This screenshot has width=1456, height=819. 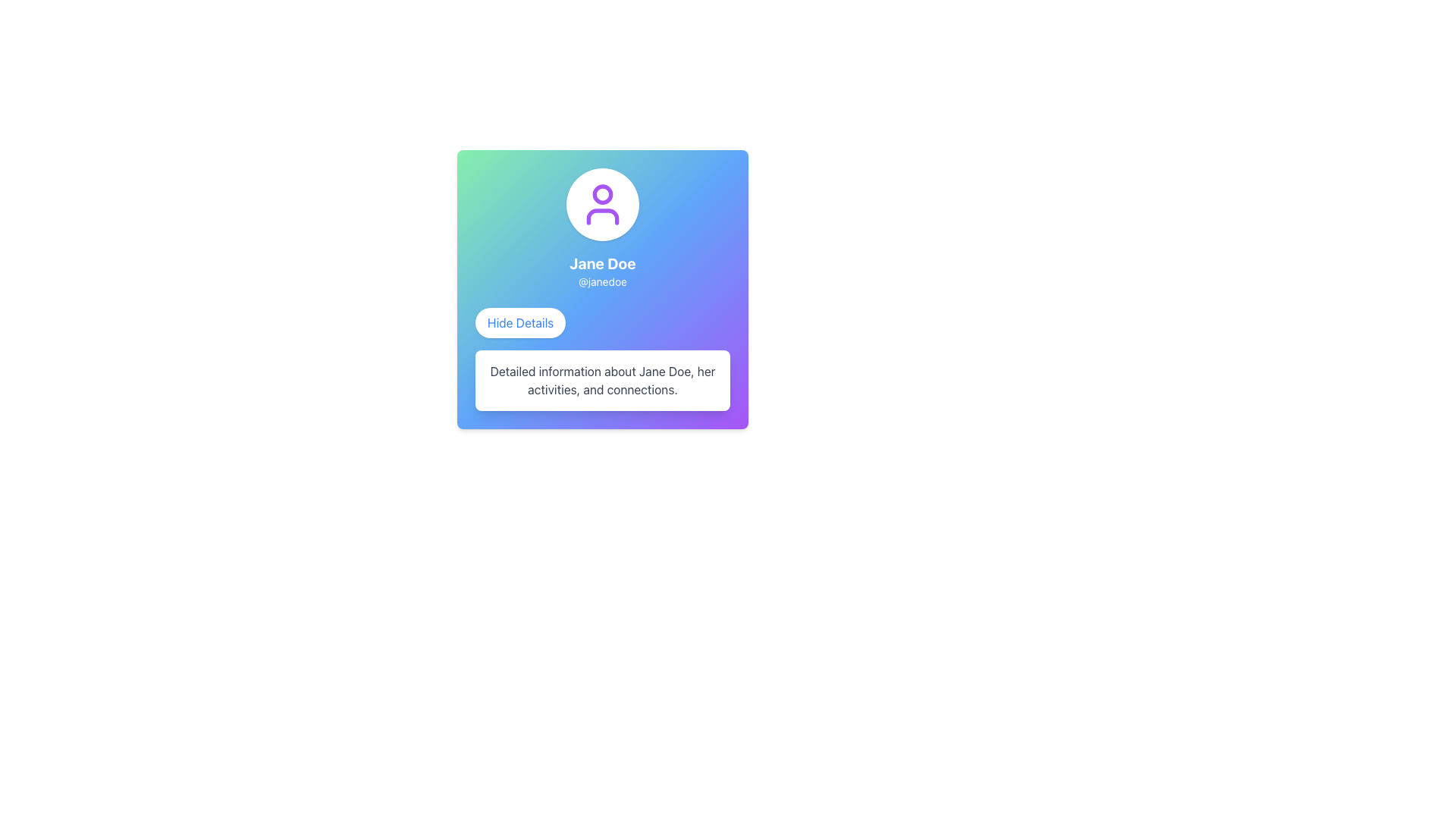 What do you see at coordinates (602, 216) in the screenshot?
I see `the semi-circular arc element within the SVG representation of a user icon, which forms the base of the figure beneath the head` at bounding box center [602, 216].